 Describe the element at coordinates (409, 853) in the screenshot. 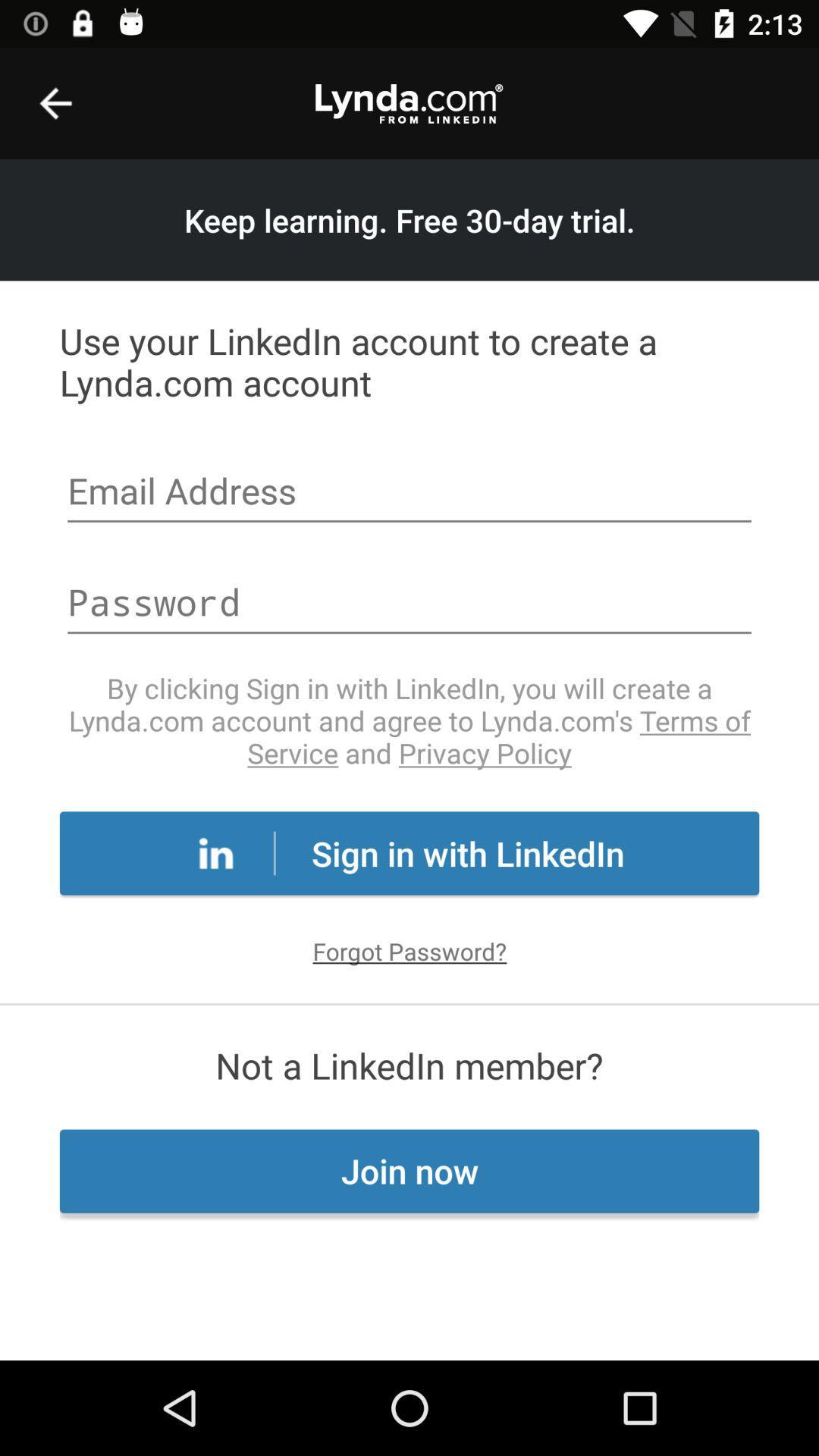

I see `the button above forgot password` at that location.